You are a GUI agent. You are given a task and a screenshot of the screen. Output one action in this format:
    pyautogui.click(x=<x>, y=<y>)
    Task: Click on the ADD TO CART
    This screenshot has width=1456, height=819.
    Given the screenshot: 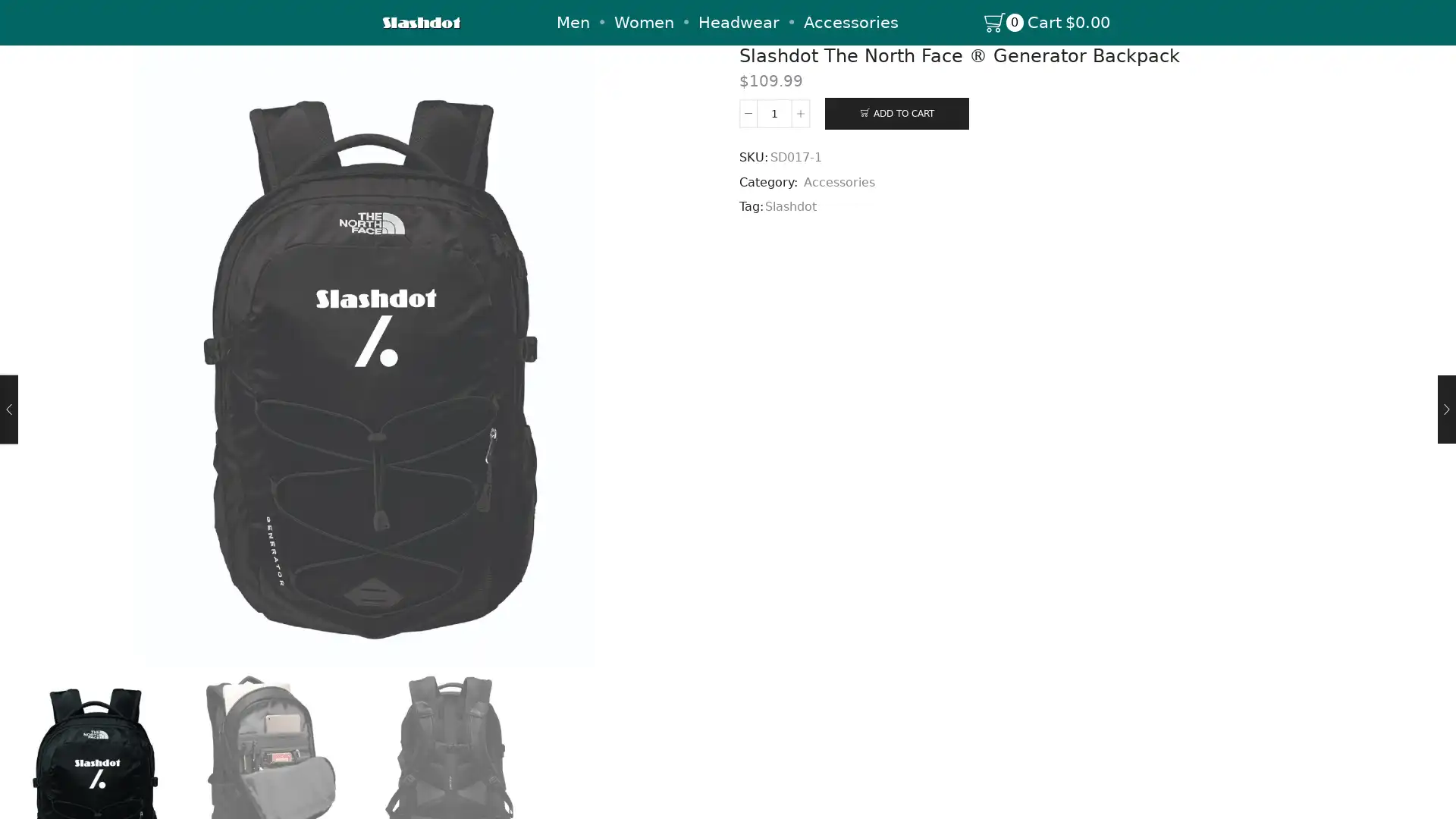 What is the action you would take?
    pyautogui.click(x=896, y=112)
    